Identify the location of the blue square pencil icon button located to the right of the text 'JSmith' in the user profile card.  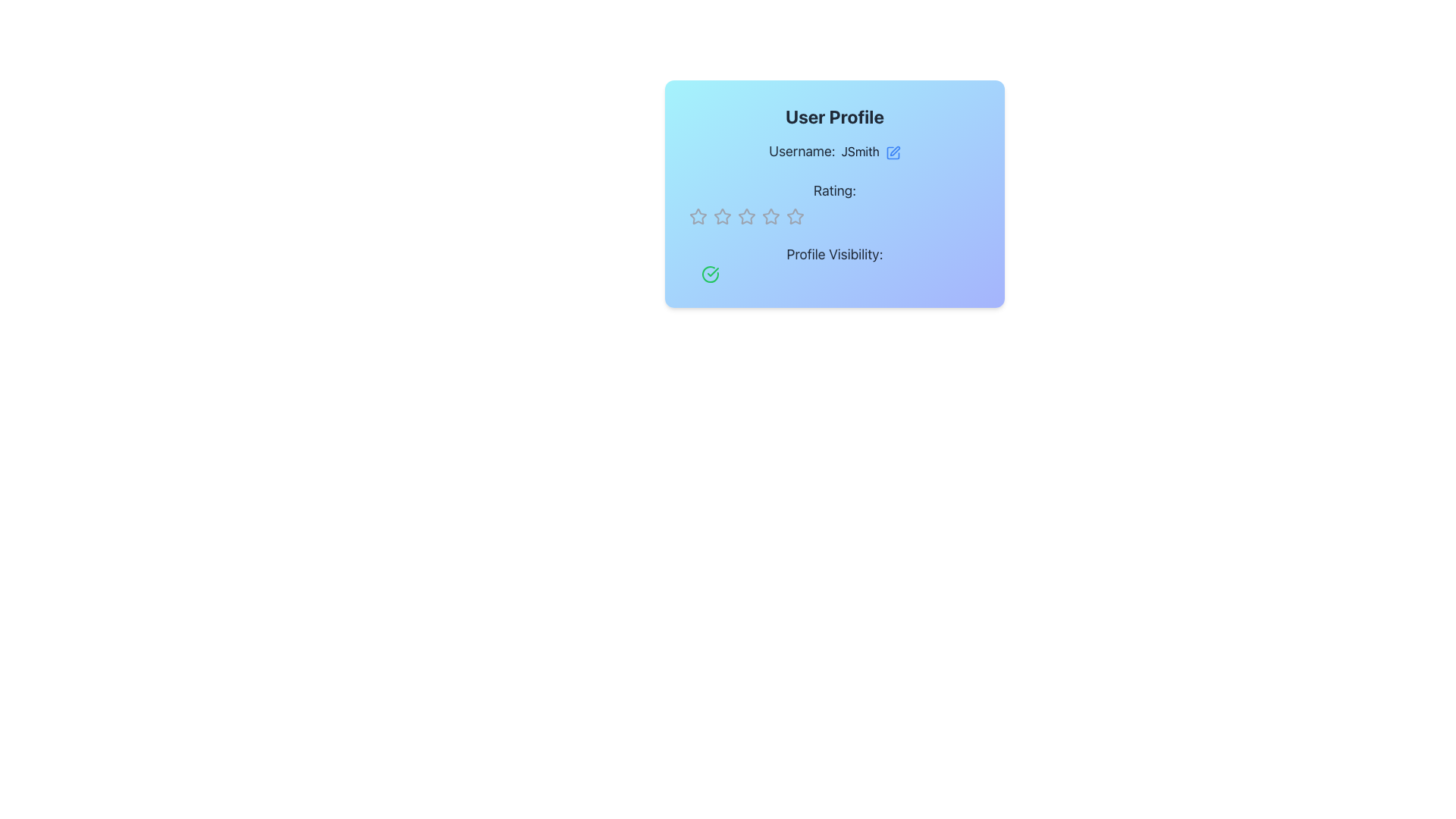
(893, 152).